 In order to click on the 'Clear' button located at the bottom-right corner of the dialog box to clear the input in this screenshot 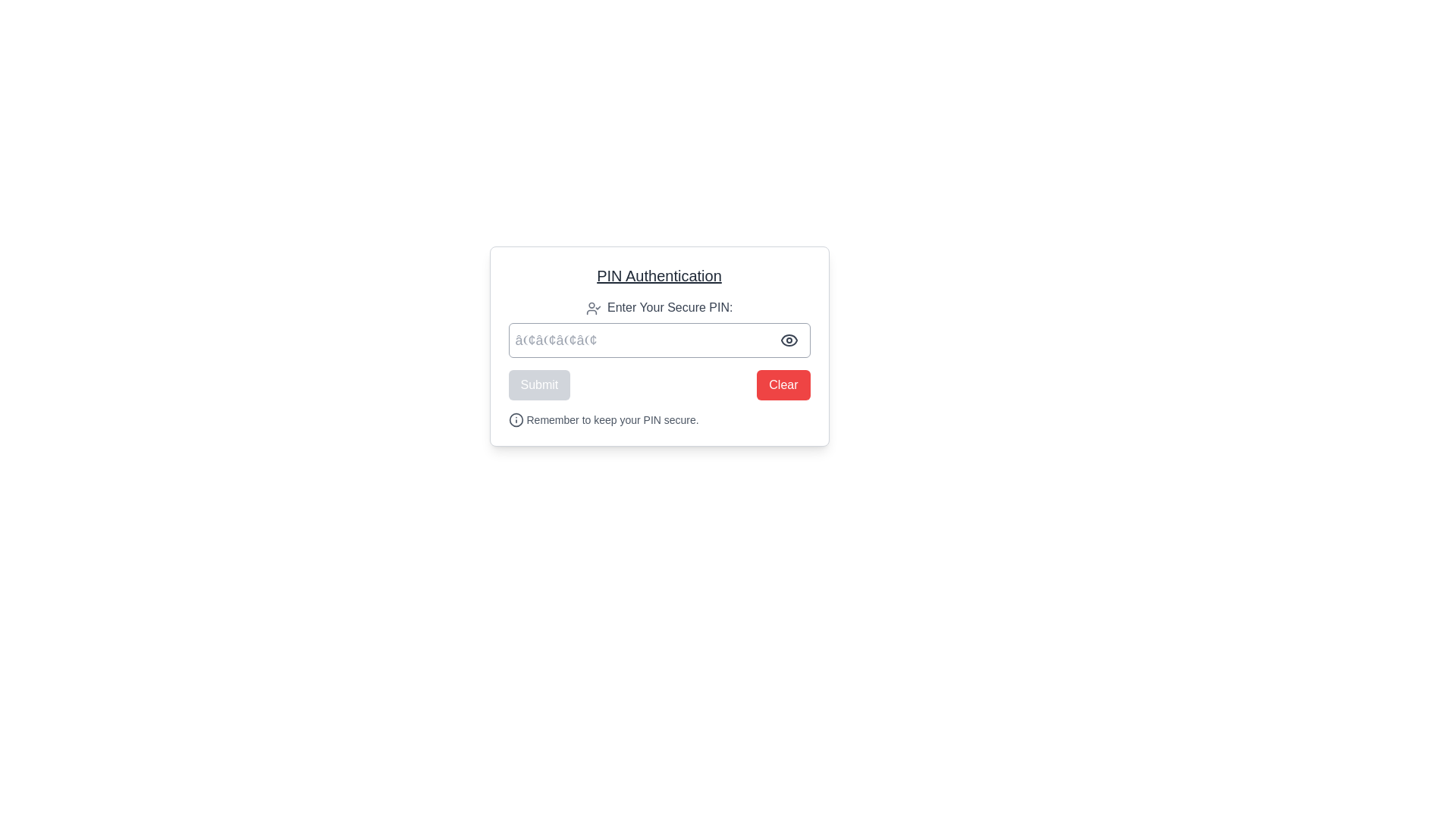, I will do `click(783, 384)`.